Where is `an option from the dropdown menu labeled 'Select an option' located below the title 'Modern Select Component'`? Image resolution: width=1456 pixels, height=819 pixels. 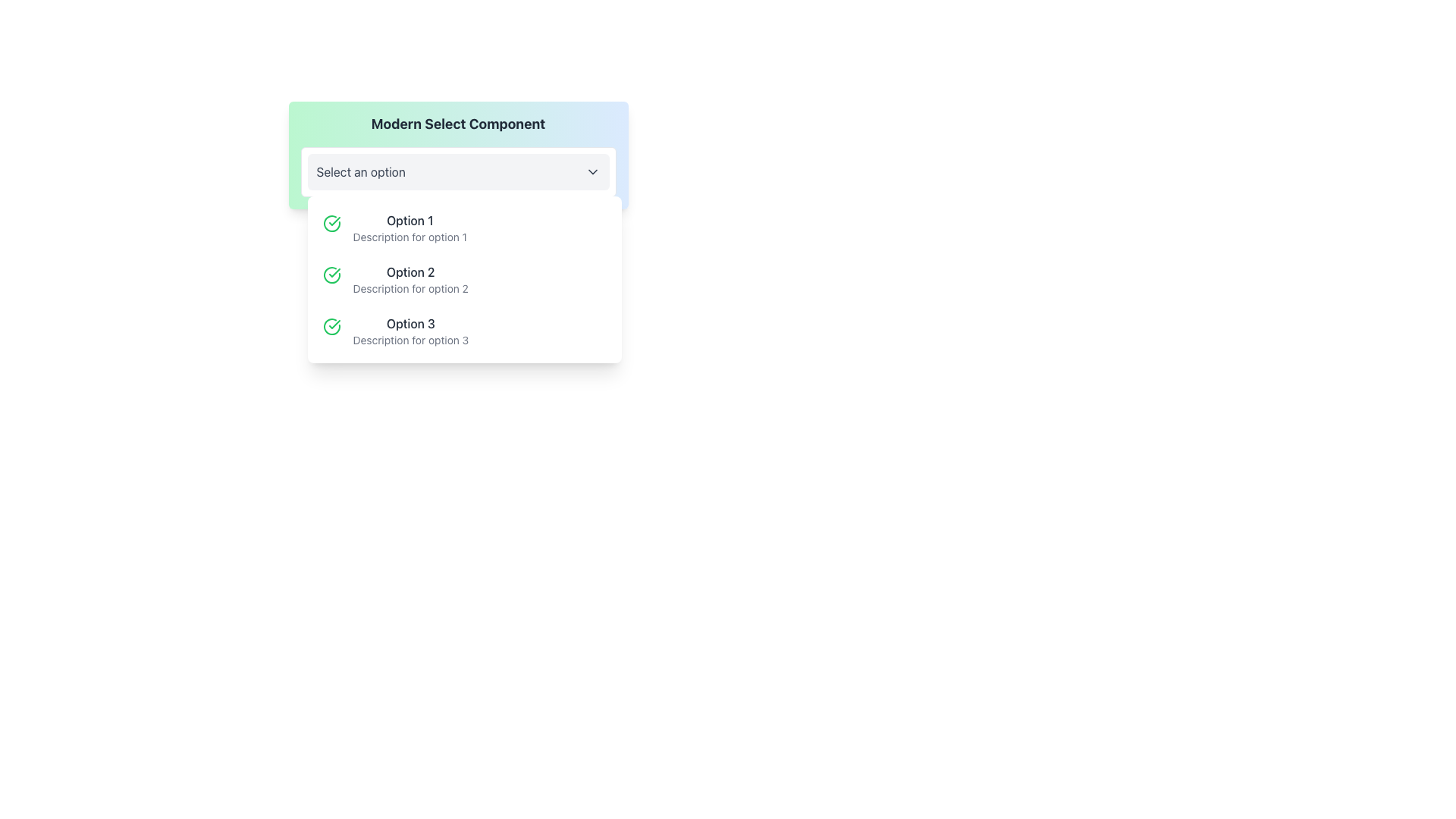 an option from the dropdown menu labeled 'Select an option' located below the title 'Modern Select Component' is located at coordinates (457, 155).